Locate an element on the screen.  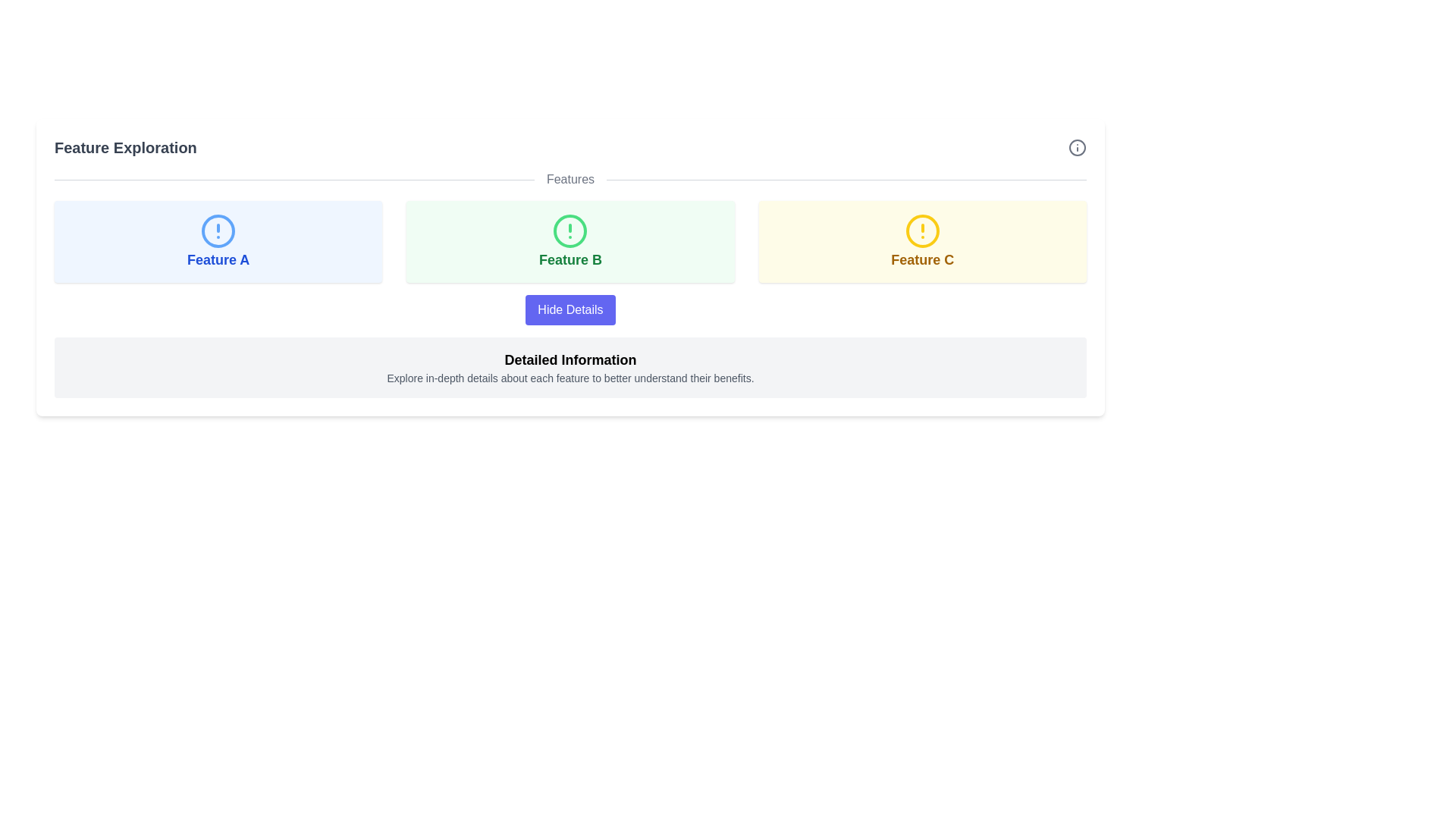
the Feature card labeled 'Feature B' located in the middle column of the grid layout, positioned below the 'Features' header and above the 'Hide Details' button is located at coordinates (570, 241).